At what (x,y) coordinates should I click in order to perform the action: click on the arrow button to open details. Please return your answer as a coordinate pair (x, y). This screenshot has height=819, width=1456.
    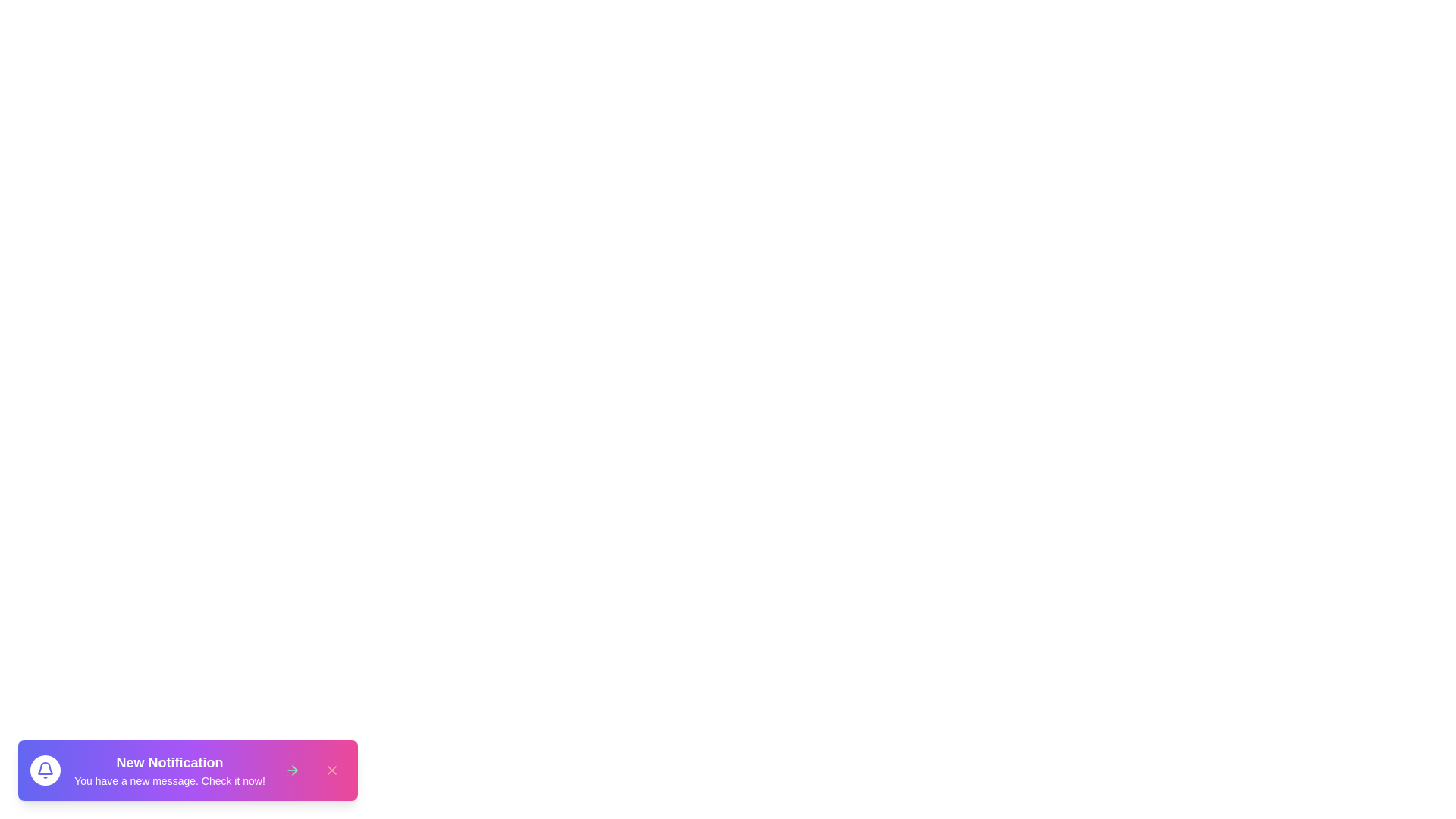
    Looking at the image, I should click on (292, 770).